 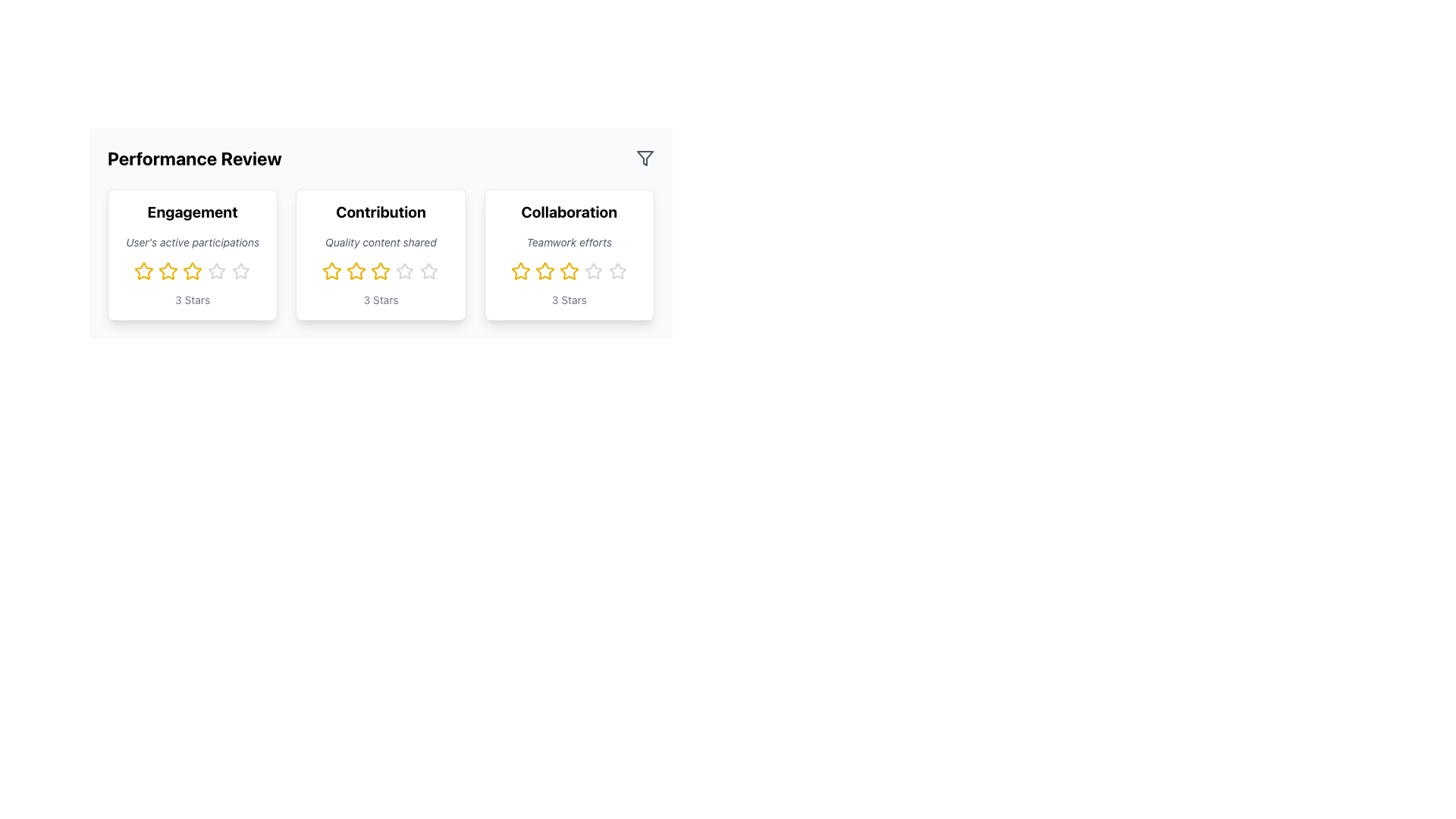 What do you see at coordinates (381, 271) in the screenshot?
I see `the highlighted yellow star in the middle of the row of five stars in the 'Contribution' card under 'Quality content shared' to interact with it` at bounding box center [381, 271].